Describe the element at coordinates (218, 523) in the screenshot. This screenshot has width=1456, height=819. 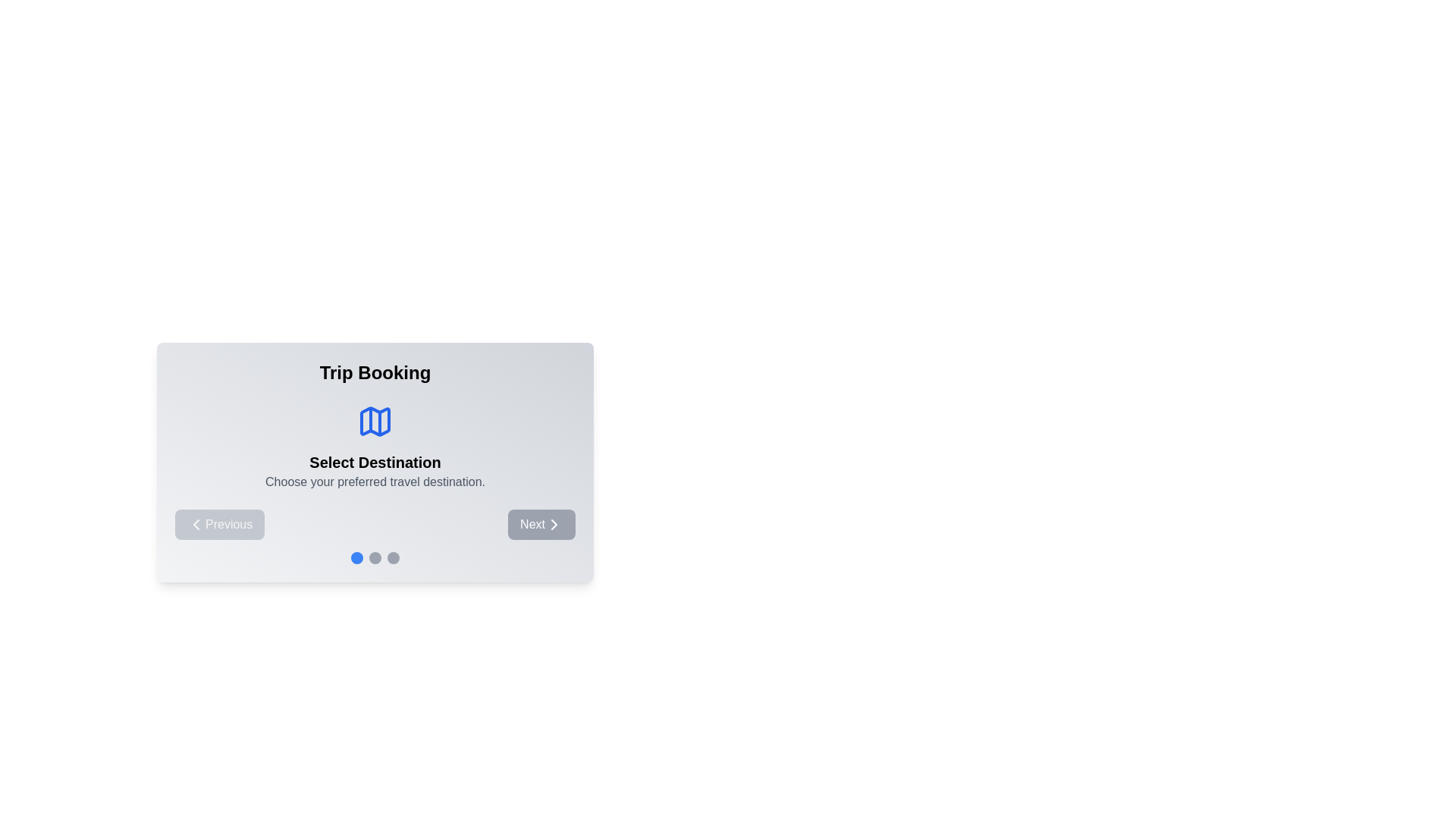
I see `the 'Previous' button with a rounded light gray background and white text` at that location.